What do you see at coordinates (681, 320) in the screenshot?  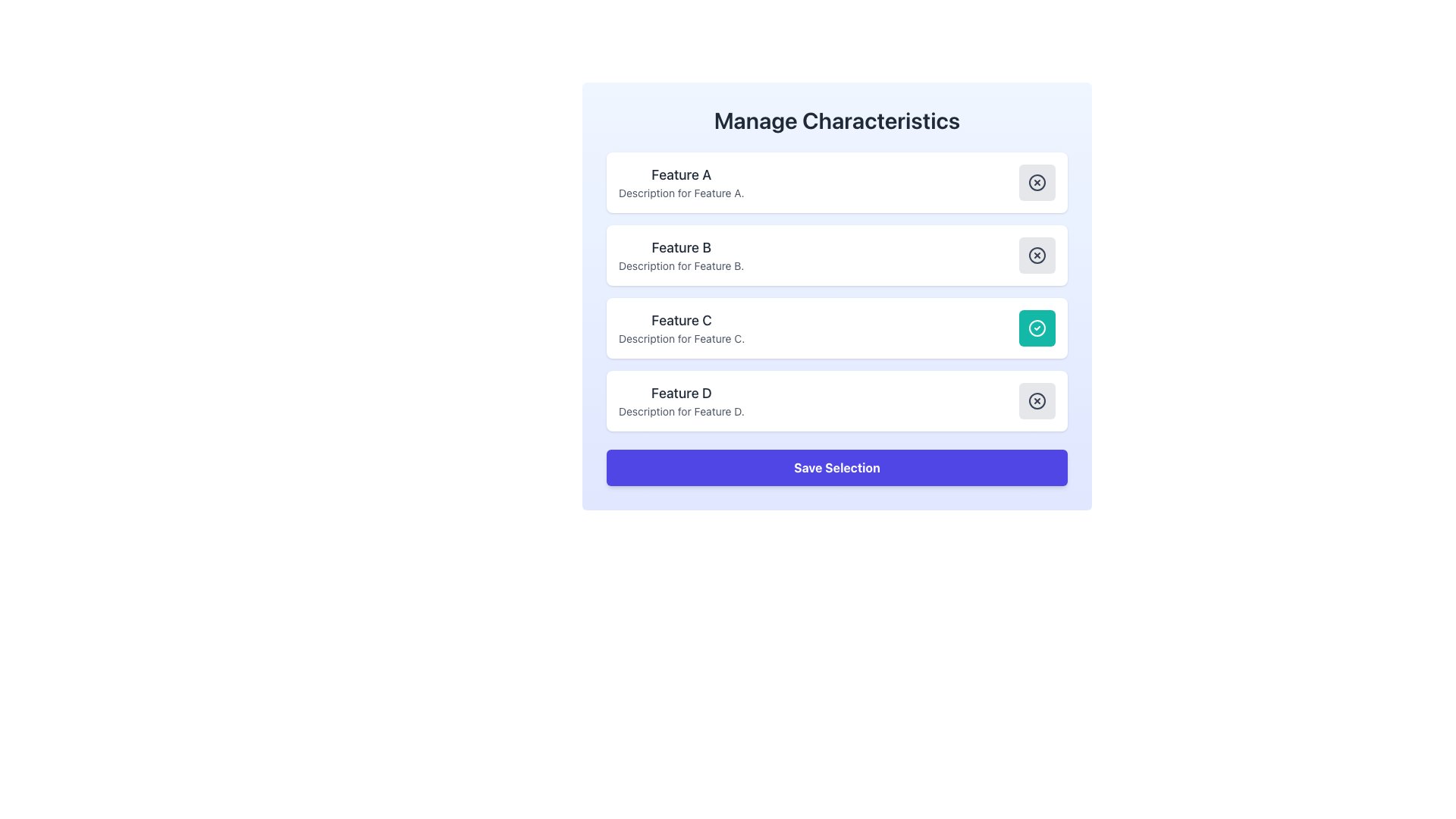 I see `the 'Feature C' text label located in the 'Manage Characteristics' section, which is the third item in the list of features` at bounding box center [681, 320].